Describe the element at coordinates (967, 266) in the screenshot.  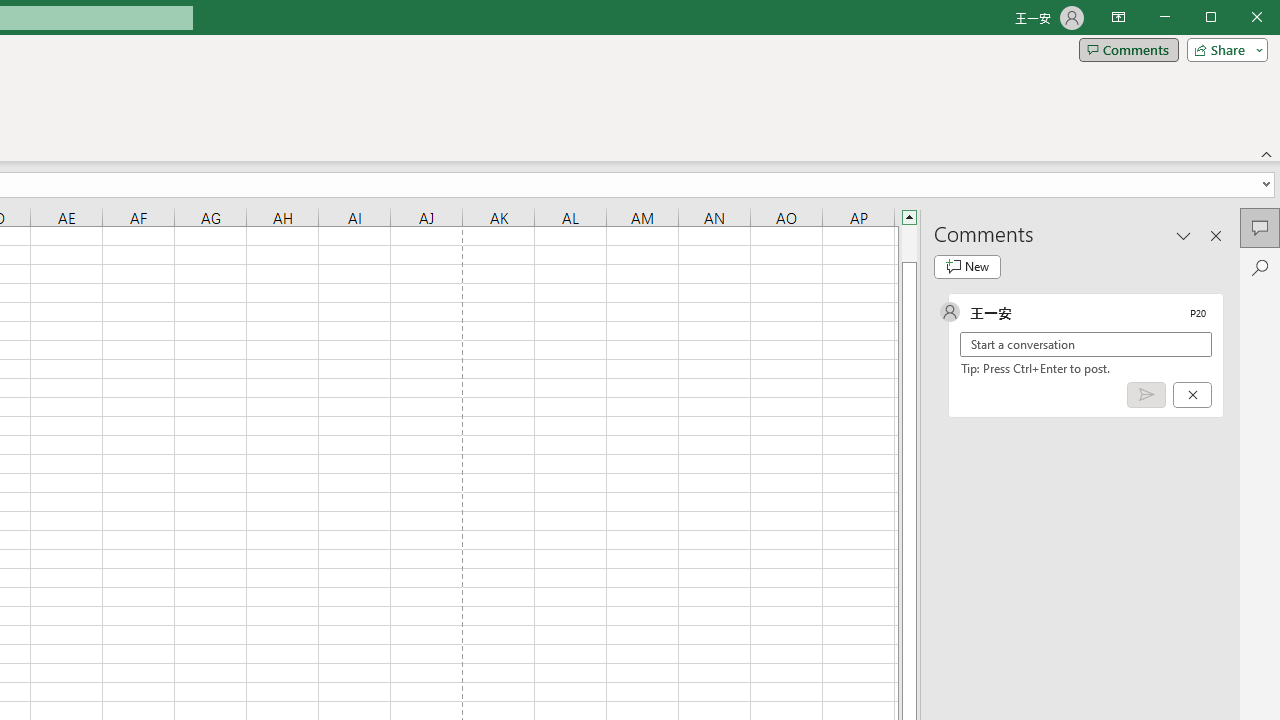
I see `'New comment'` at that location.